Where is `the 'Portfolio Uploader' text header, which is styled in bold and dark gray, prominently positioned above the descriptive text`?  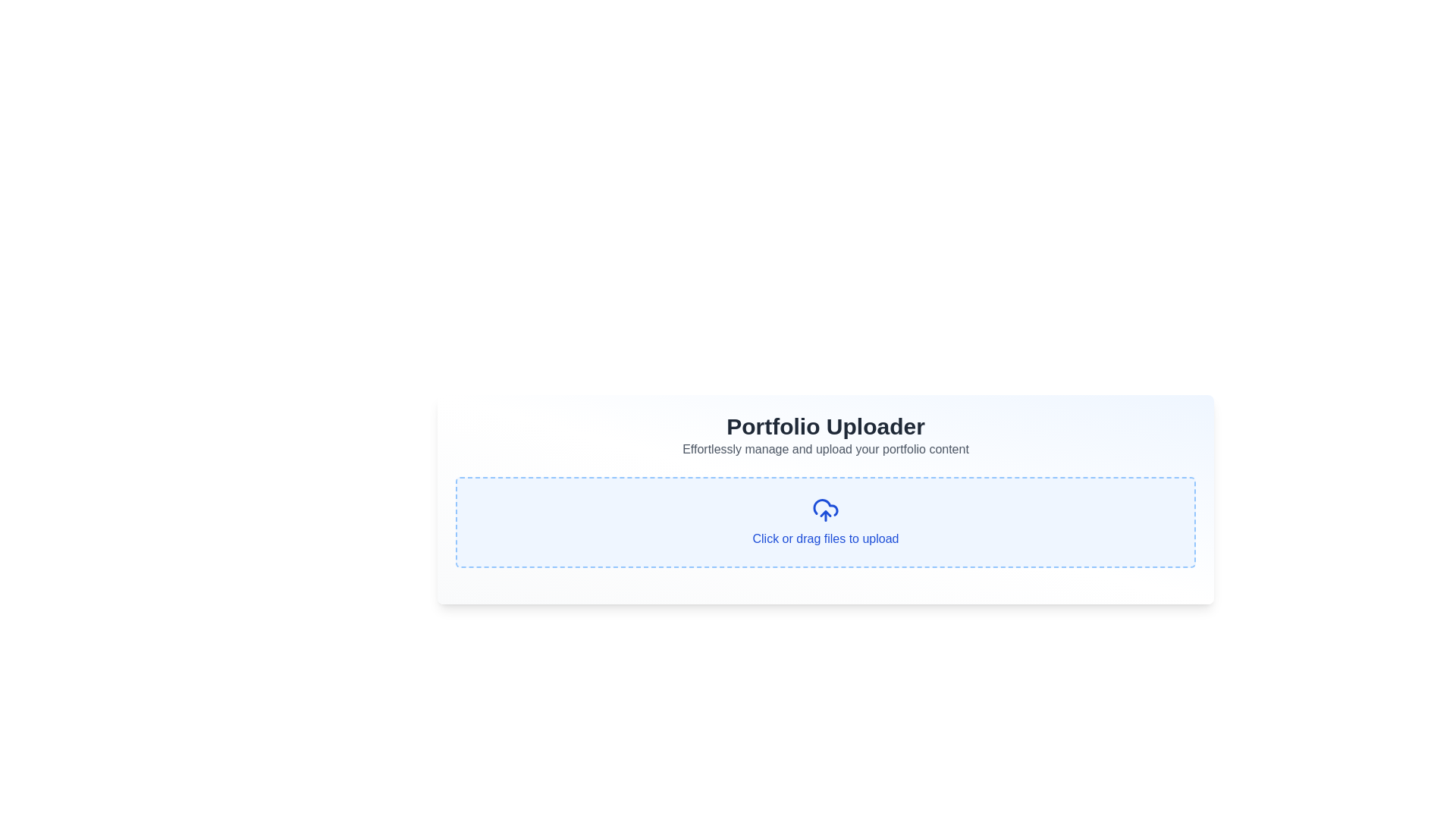 the 'Portfolio Uploader' text header, which is styled in bold and dark gray, prominently positioned above the descriptive text is located at coordinates (825, 427).